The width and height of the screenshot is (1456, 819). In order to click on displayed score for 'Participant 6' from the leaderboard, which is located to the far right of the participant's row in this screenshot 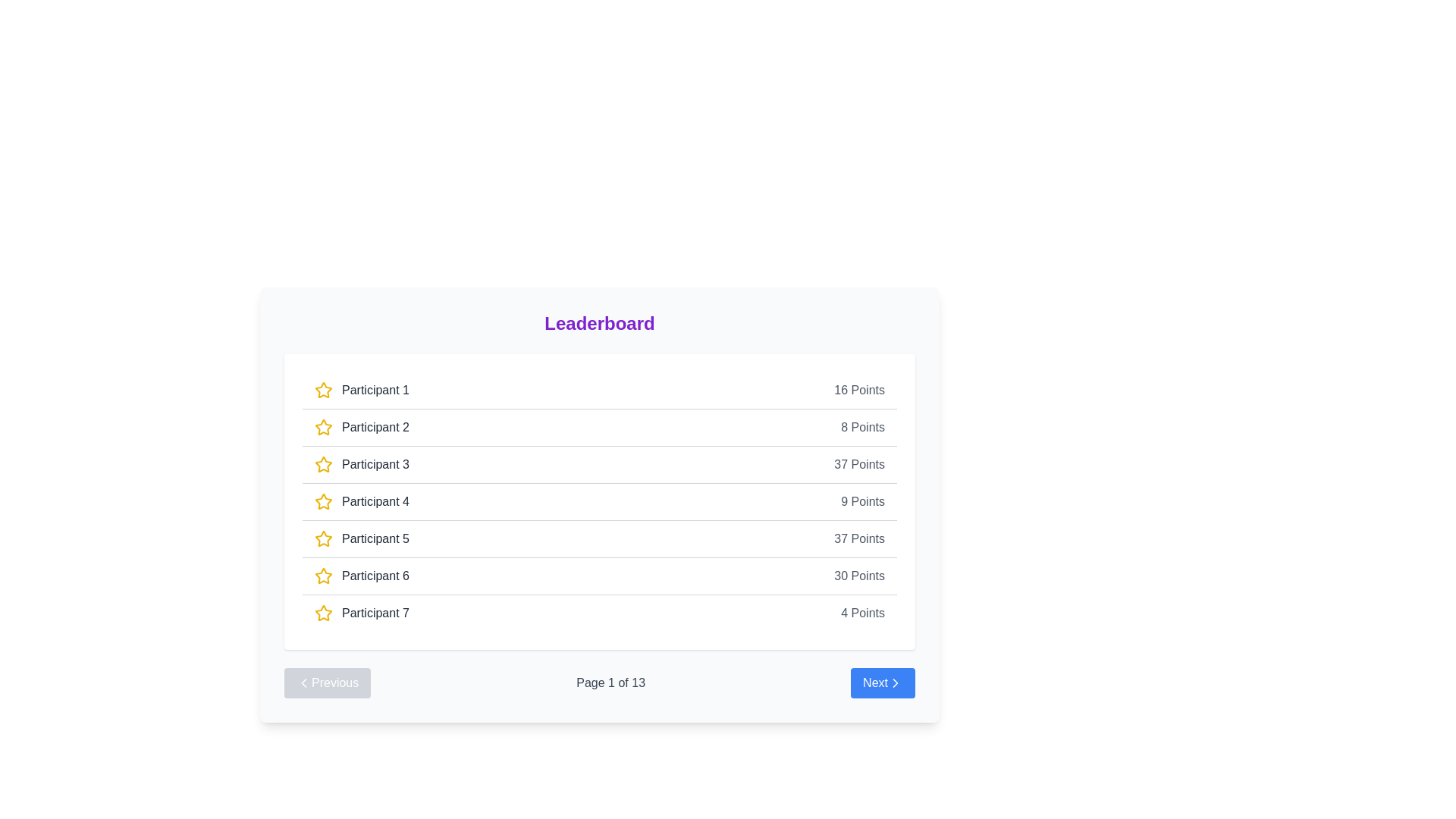, I will do `click(859, 576)`.